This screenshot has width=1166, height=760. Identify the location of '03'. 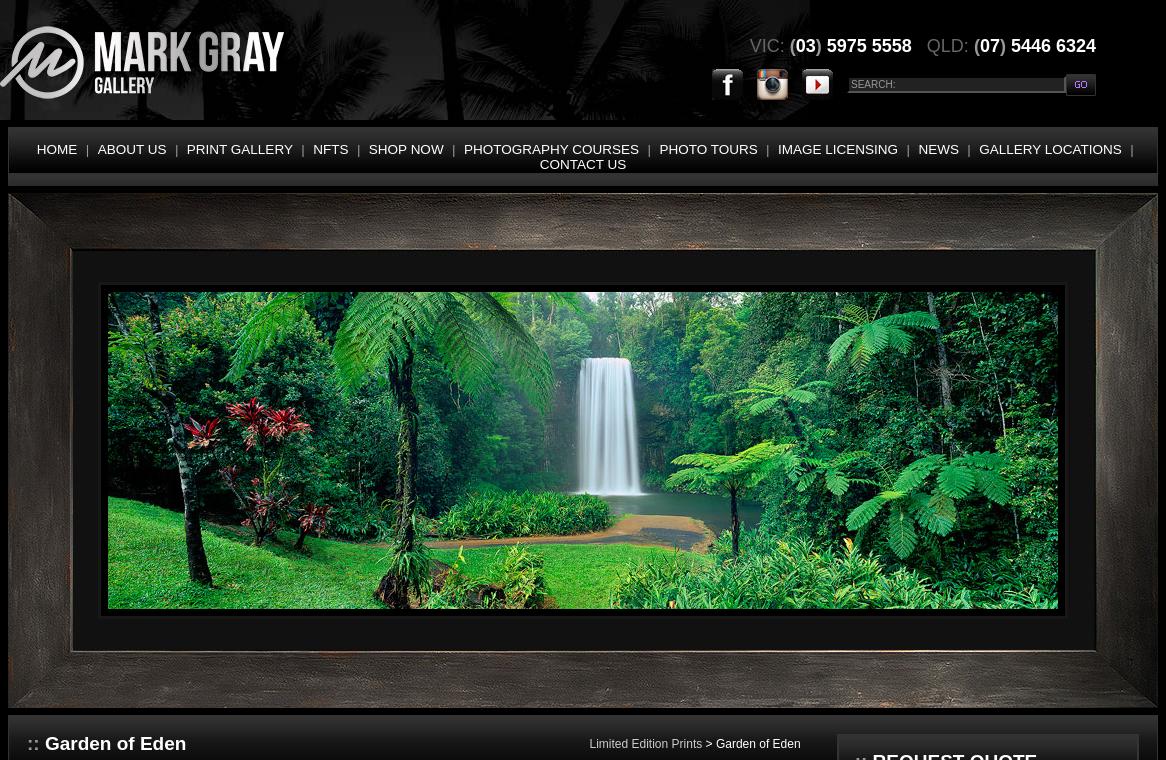
(804, 44).